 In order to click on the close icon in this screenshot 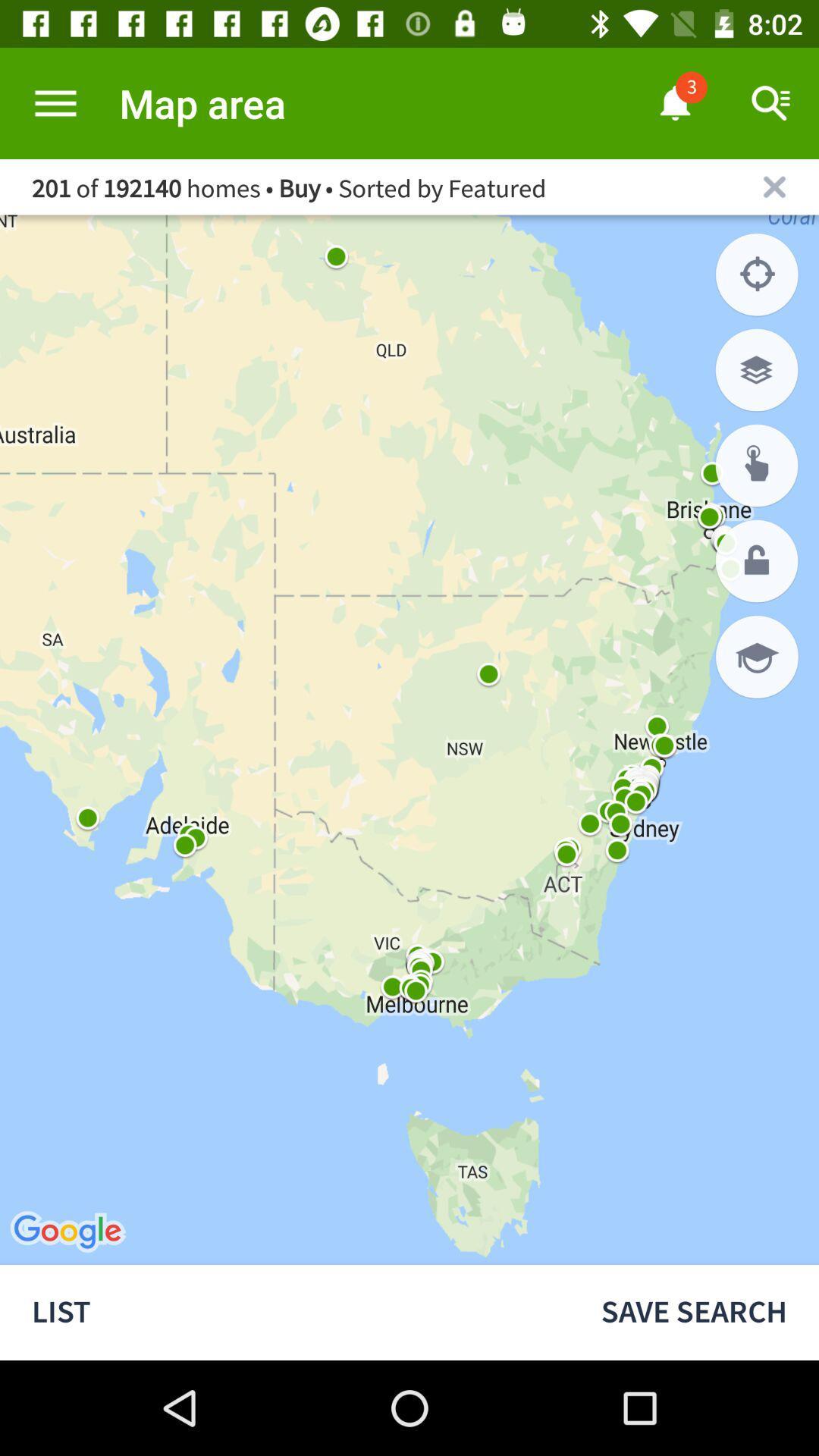, I will do `click(774, 186)`.